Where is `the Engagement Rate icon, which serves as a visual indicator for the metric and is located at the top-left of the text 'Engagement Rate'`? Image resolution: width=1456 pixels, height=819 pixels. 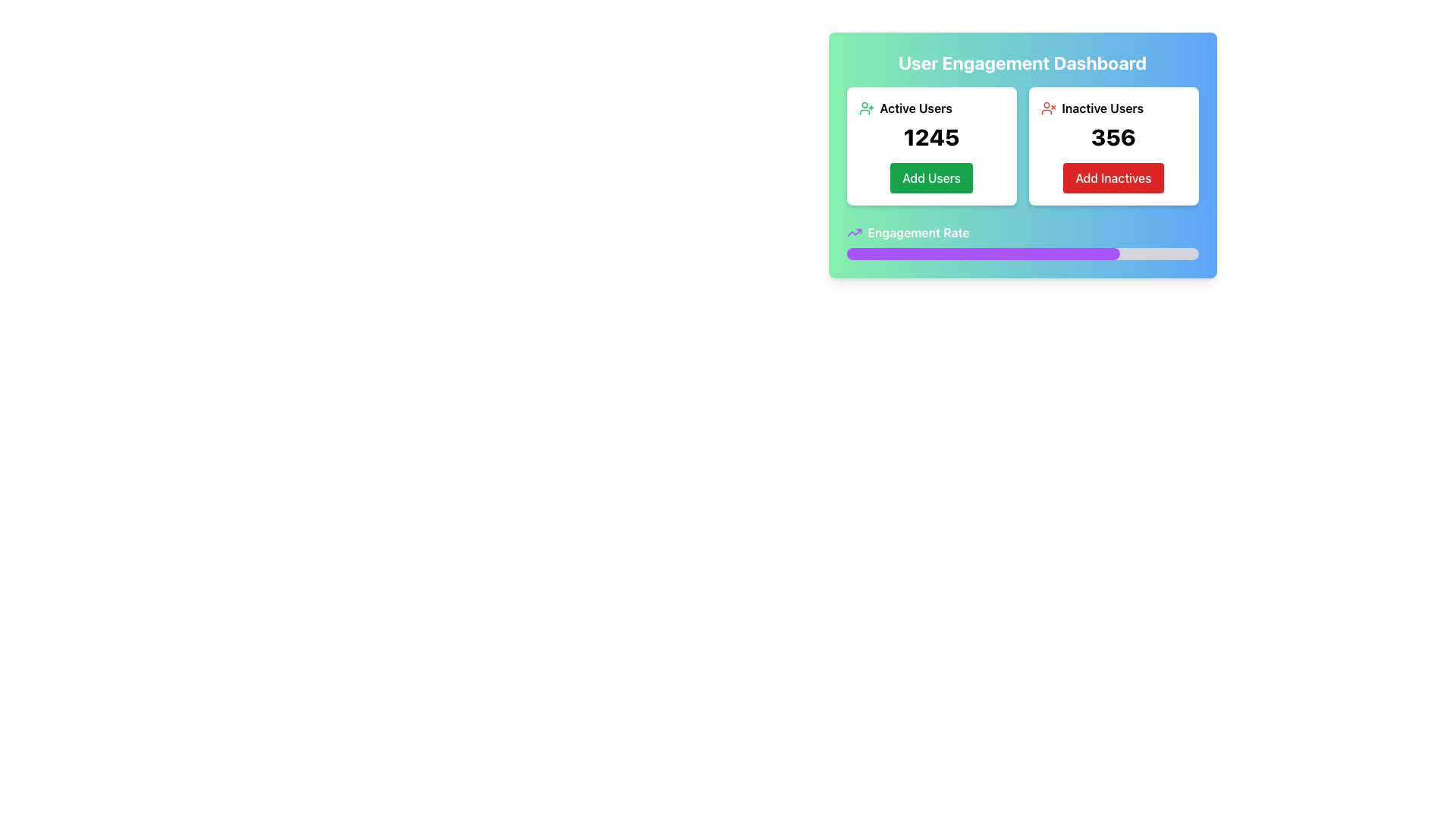
the Engagement Rate icon, which serves as a visual indicator for the metric and is located at the top-left of the text 'Engagement Rate' is located at coordinates (854, 233).